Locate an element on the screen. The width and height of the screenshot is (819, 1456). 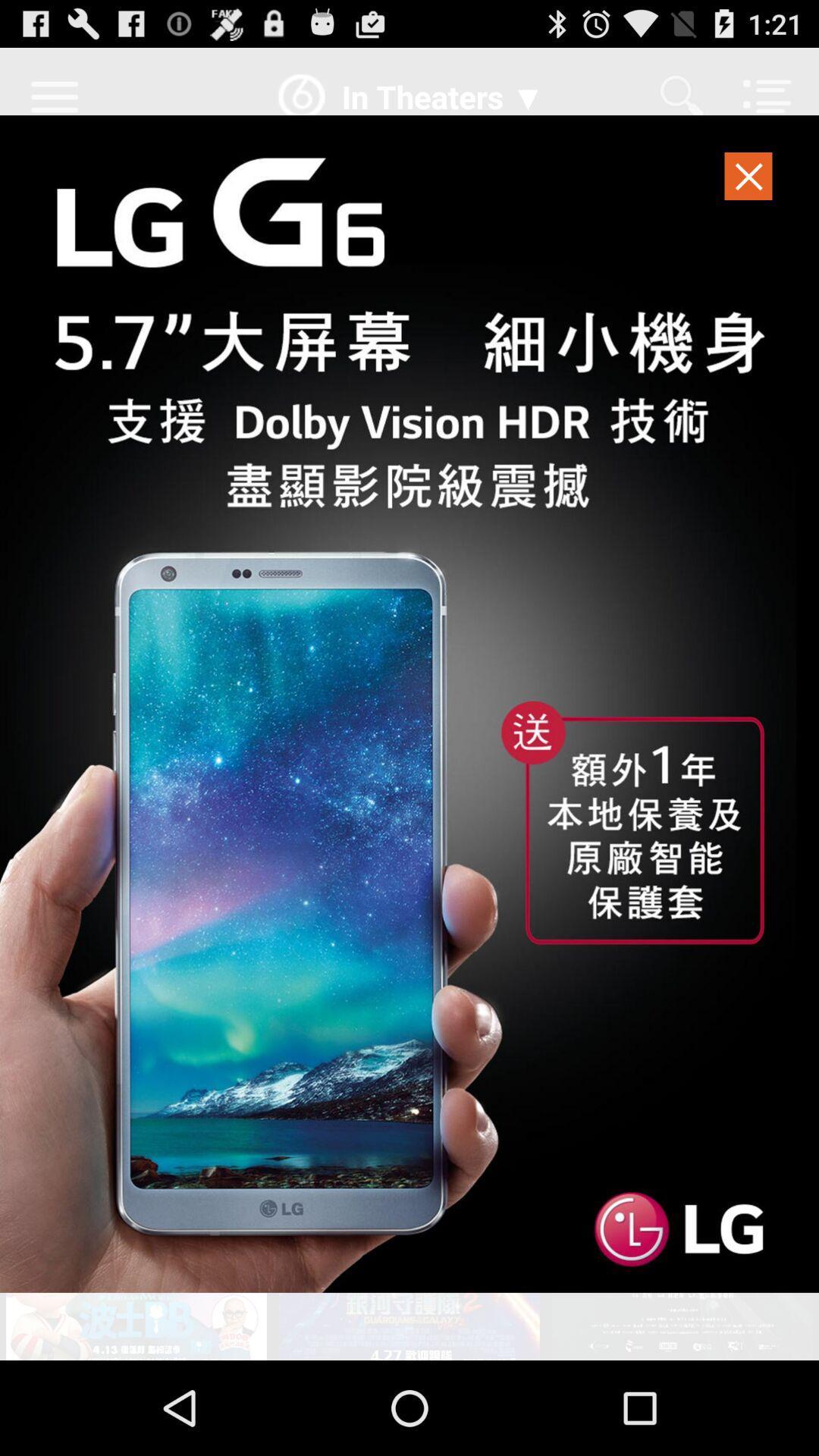
advertisement is located at coordinates (409, 703).